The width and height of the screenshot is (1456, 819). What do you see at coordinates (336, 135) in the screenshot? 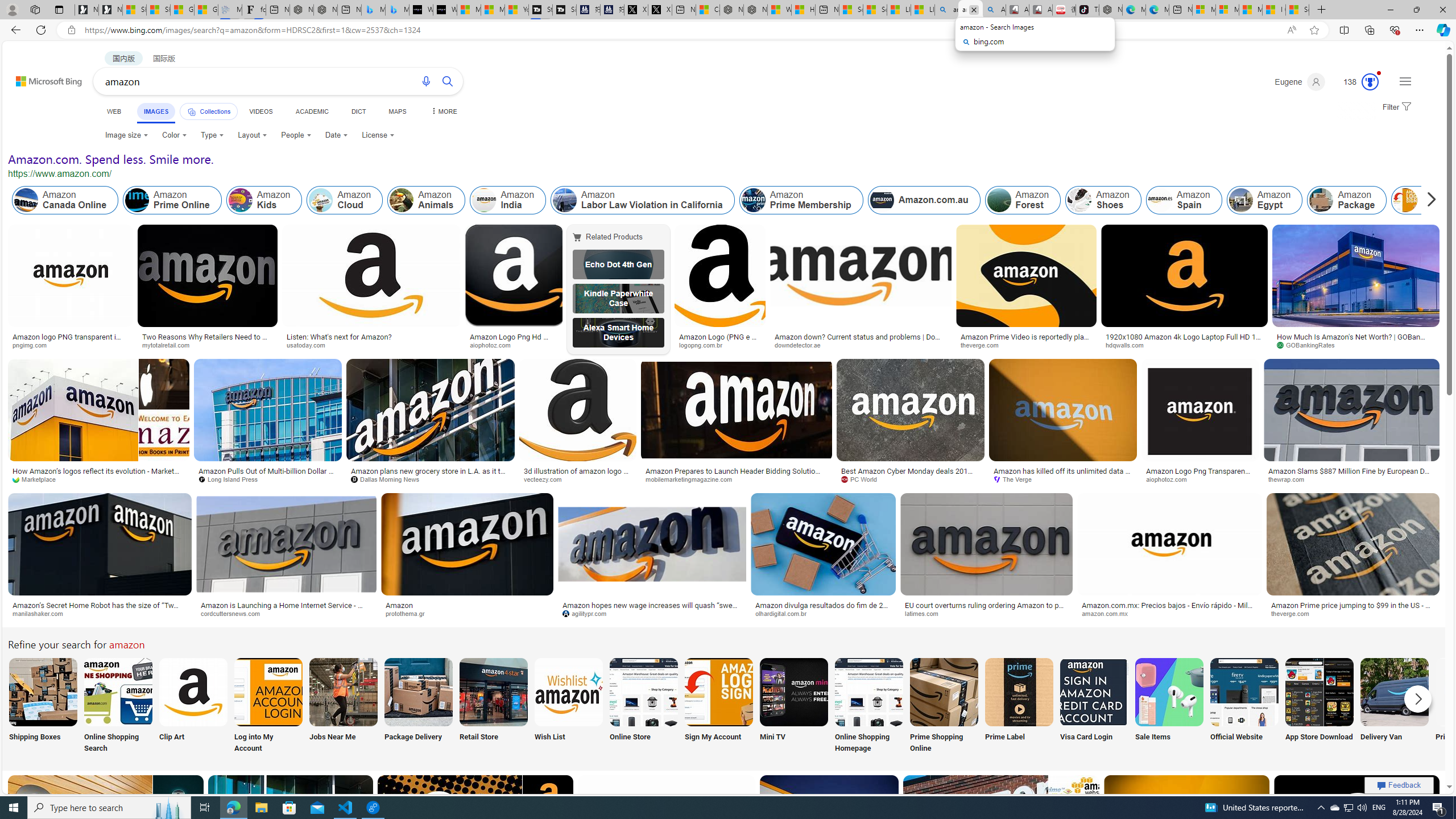
I see `'Date'` at bounding box center [336, 135].